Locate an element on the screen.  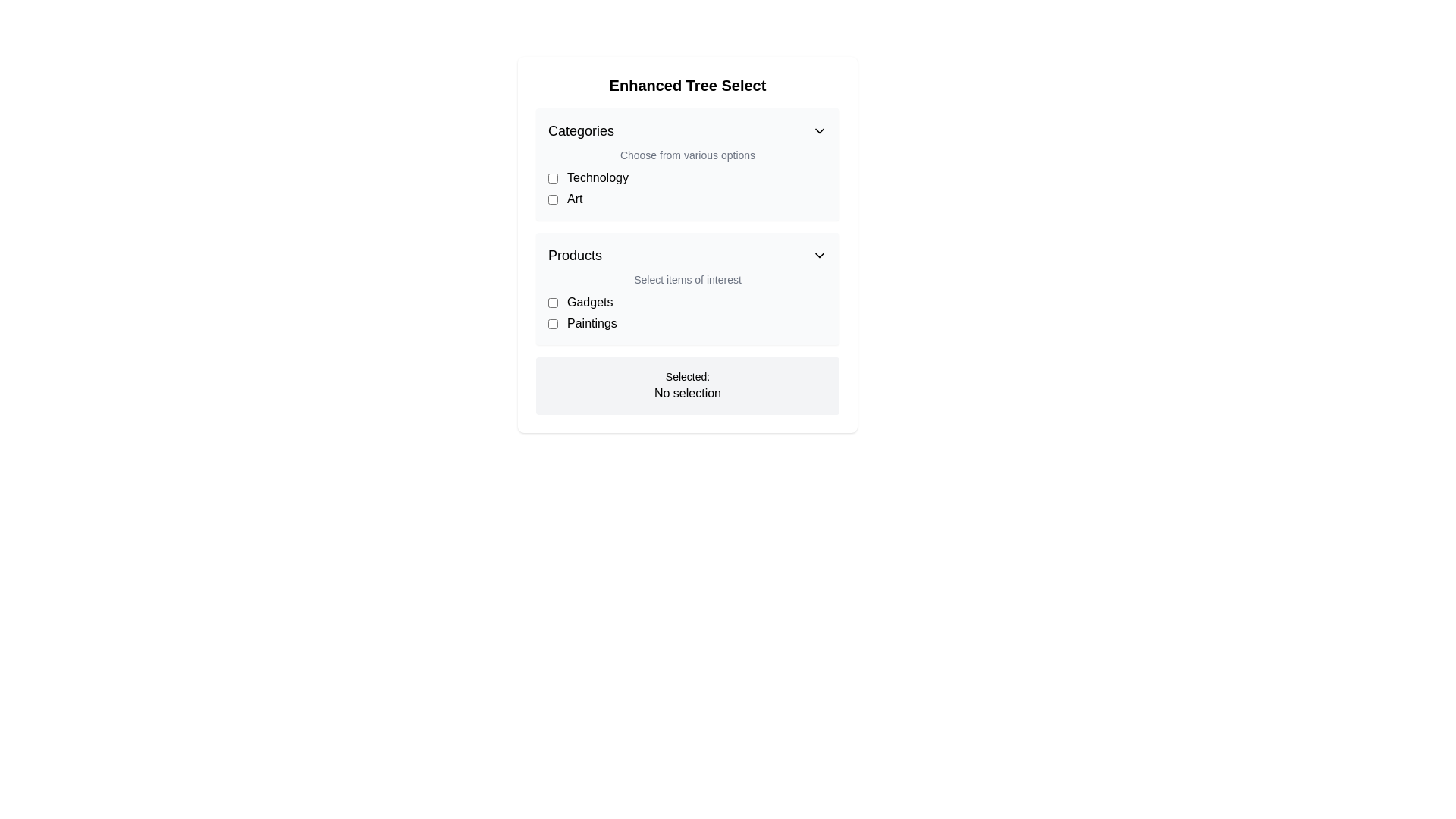
the 'Categories' dropdown trigger to indicate interactivity, located at the top section of the UI box with a white background is located at coordinates (687, 130).